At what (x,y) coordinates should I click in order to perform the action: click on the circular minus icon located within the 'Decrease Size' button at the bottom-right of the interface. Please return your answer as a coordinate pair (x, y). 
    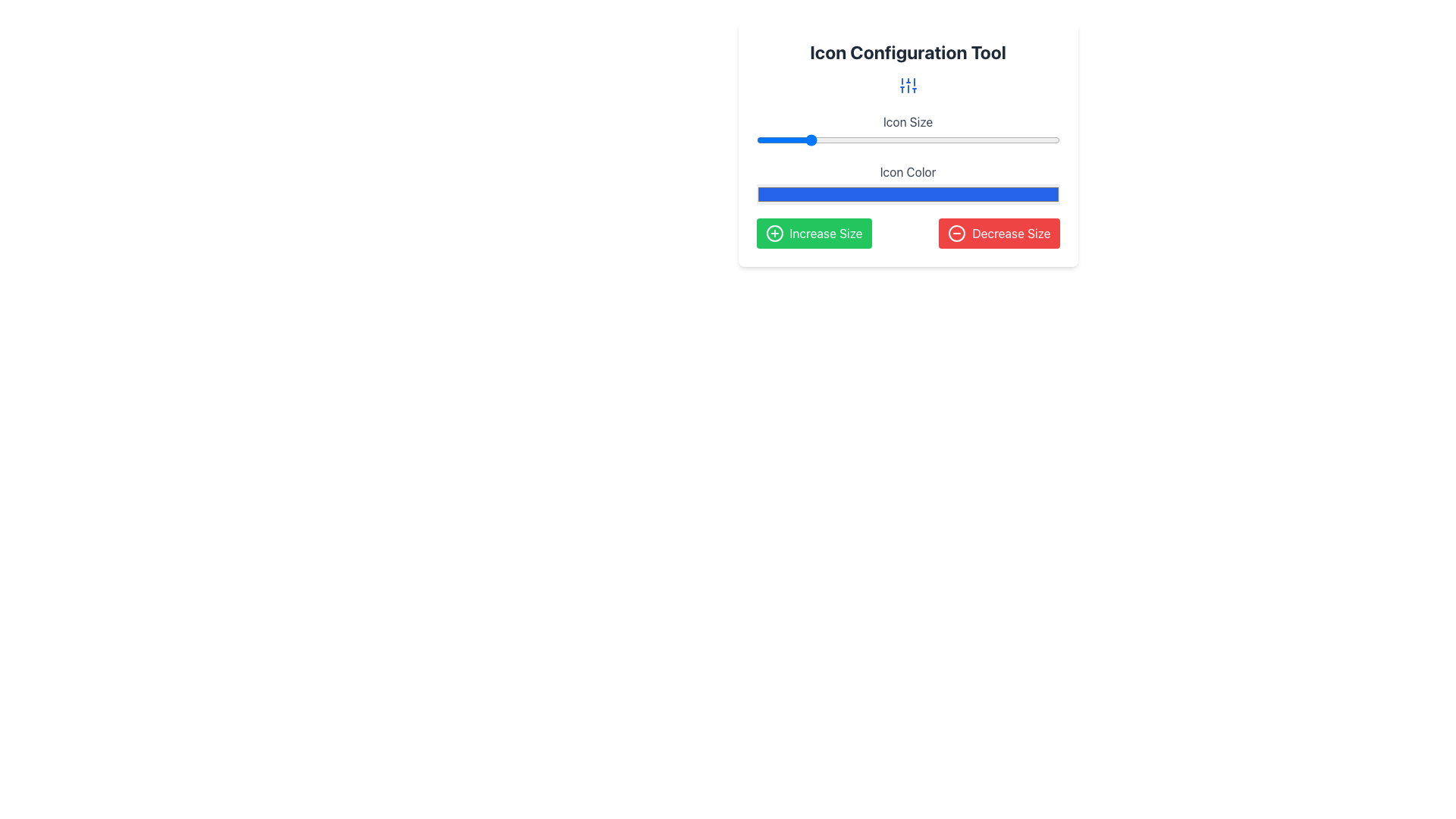
    Looking at the image, I should click on (956, 234).